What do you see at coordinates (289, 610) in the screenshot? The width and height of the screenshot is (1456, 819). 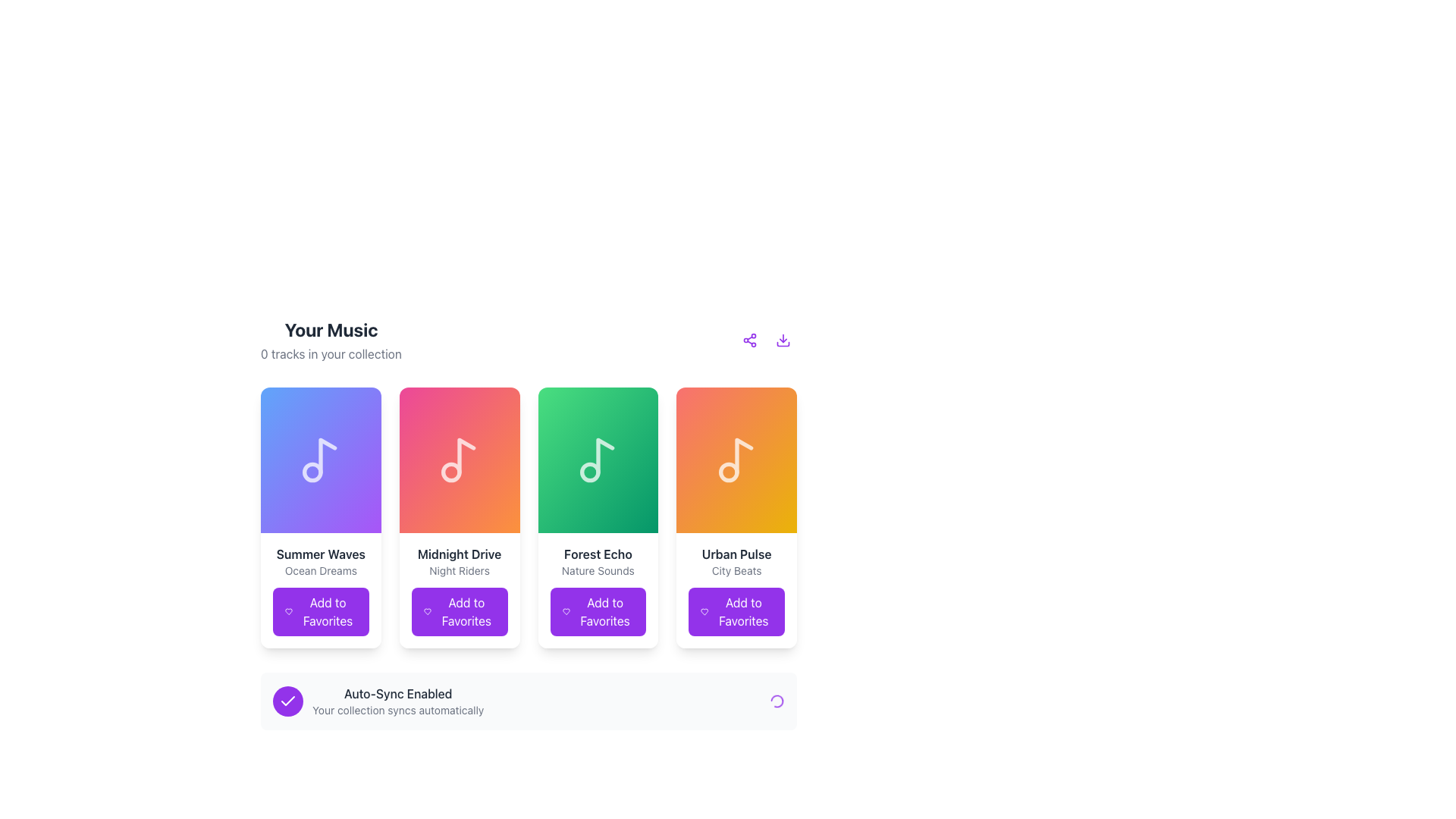 I see `the heart icon located to the left side of the 'Add to Favorites' button under the first card in the grid of musical items to interact with the 'Add to Favorites' functionality` at bounding box center [289, 610].